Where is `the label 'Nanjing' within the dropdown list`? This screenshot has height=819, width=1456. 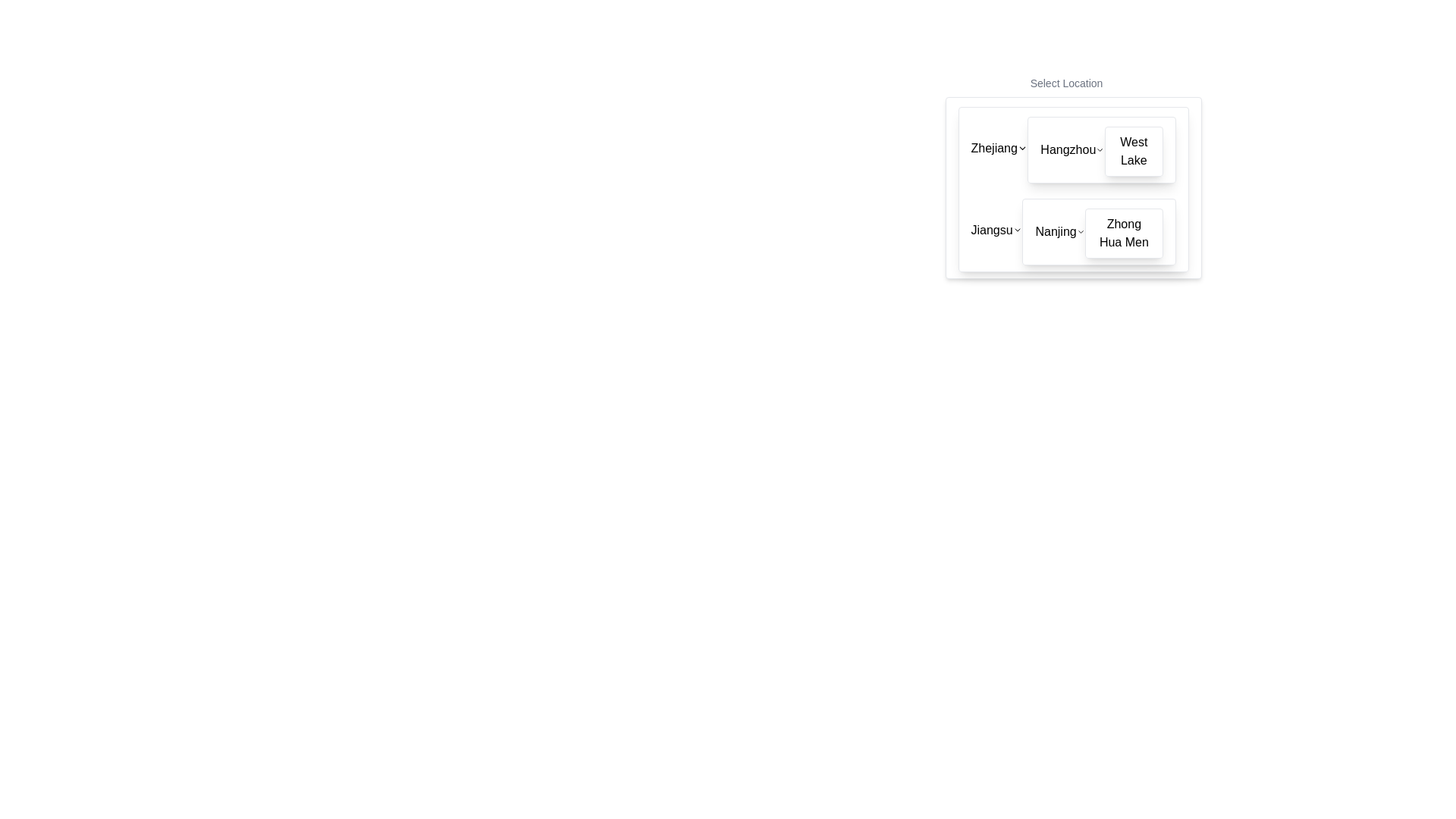 the label 'Nanjing' within the dropdown list is located at coordinates (1072, 231).